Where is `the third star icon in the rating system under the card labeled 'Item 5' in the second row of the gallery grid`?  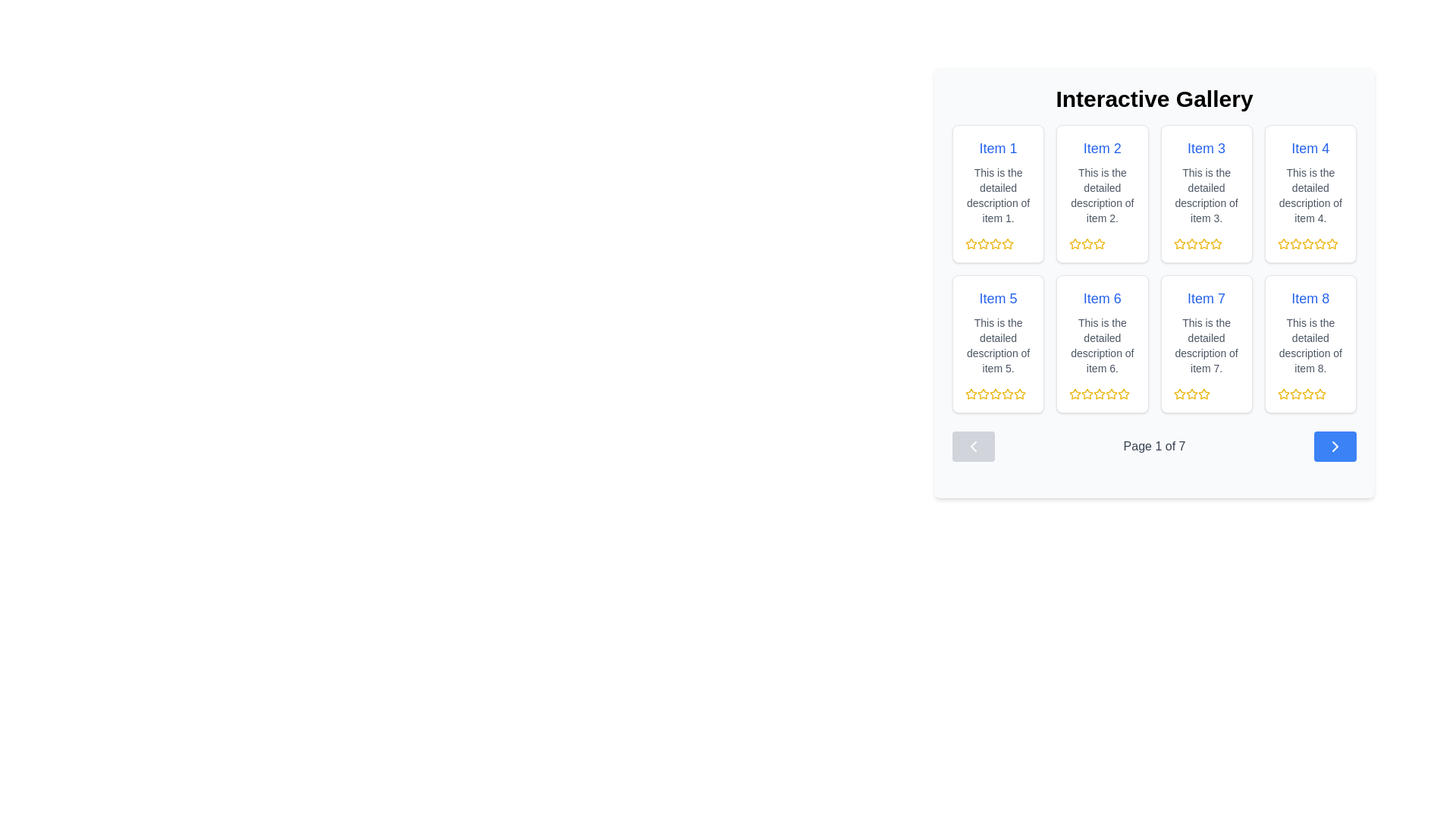 the third star icon in the rating system under the card labeled 'Item 5' in the second row of the gallery grid is located at coordinates (983, 394).